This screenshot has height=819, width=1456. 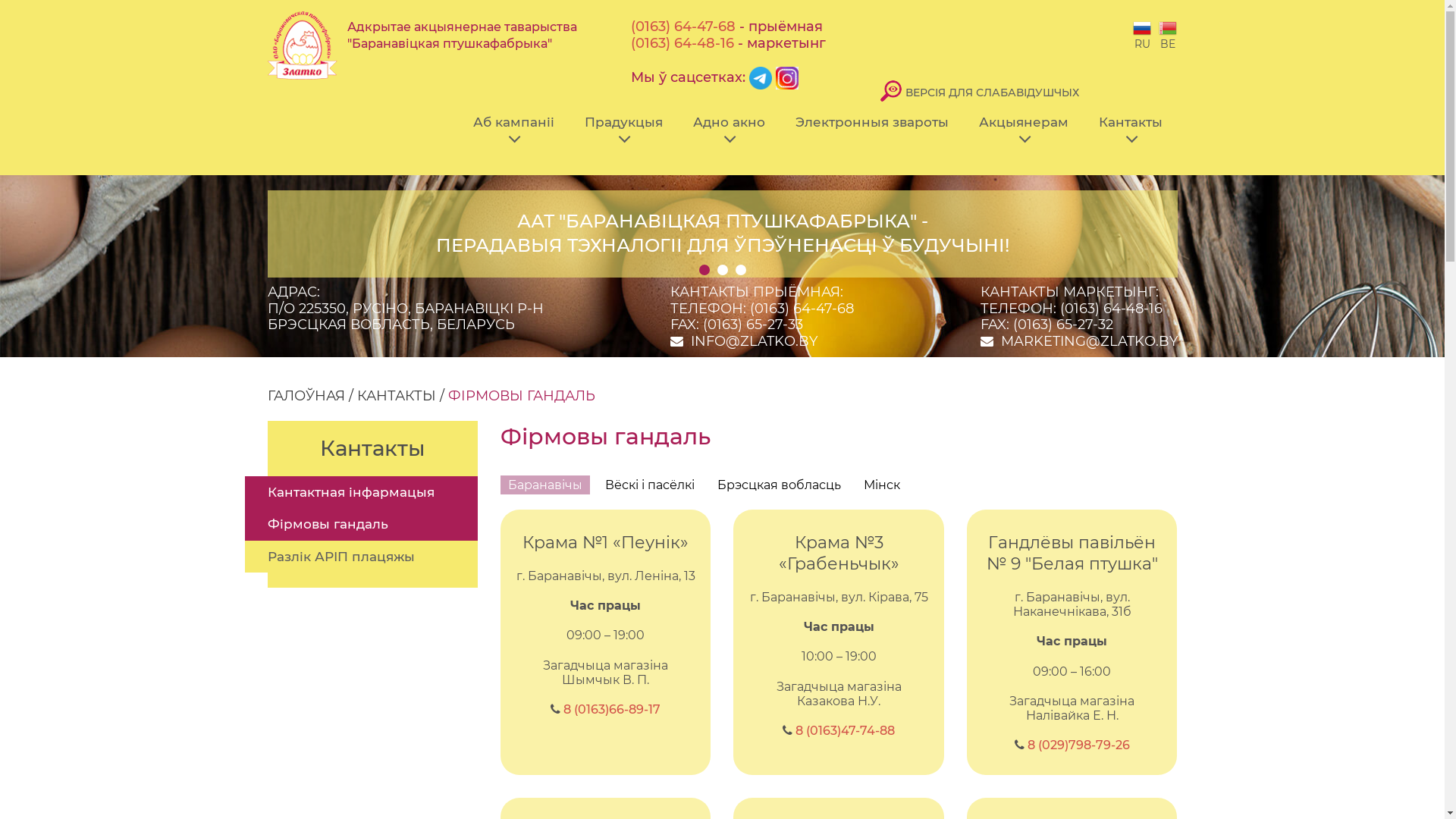 What do you see at coordinates (800, 308) in the screenshot?
I see `'(0163) 64-47-68'` at bounding box center [800, 308].